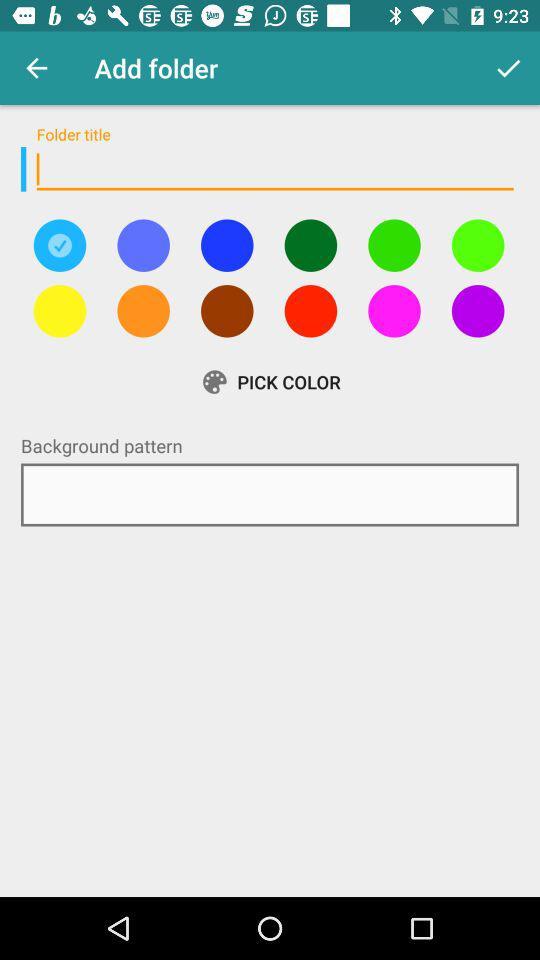 This screenshot has height=960, width=540. I want to click on pick green color, so click(310, 244).